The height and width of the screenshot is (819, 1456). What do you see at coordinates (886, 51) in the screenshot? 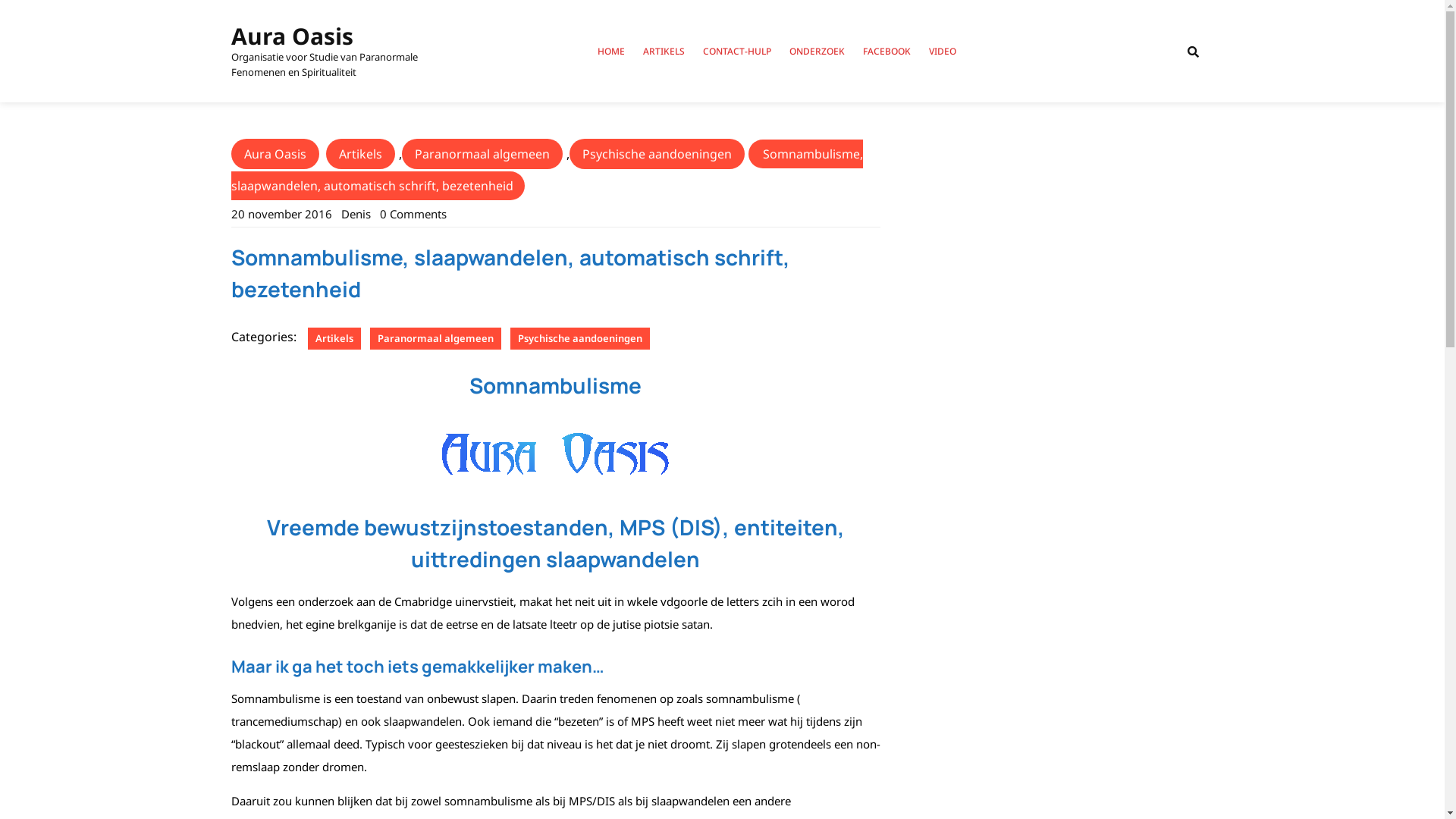
I see `'FACEBOOK'` at bounding box center [886, 51].